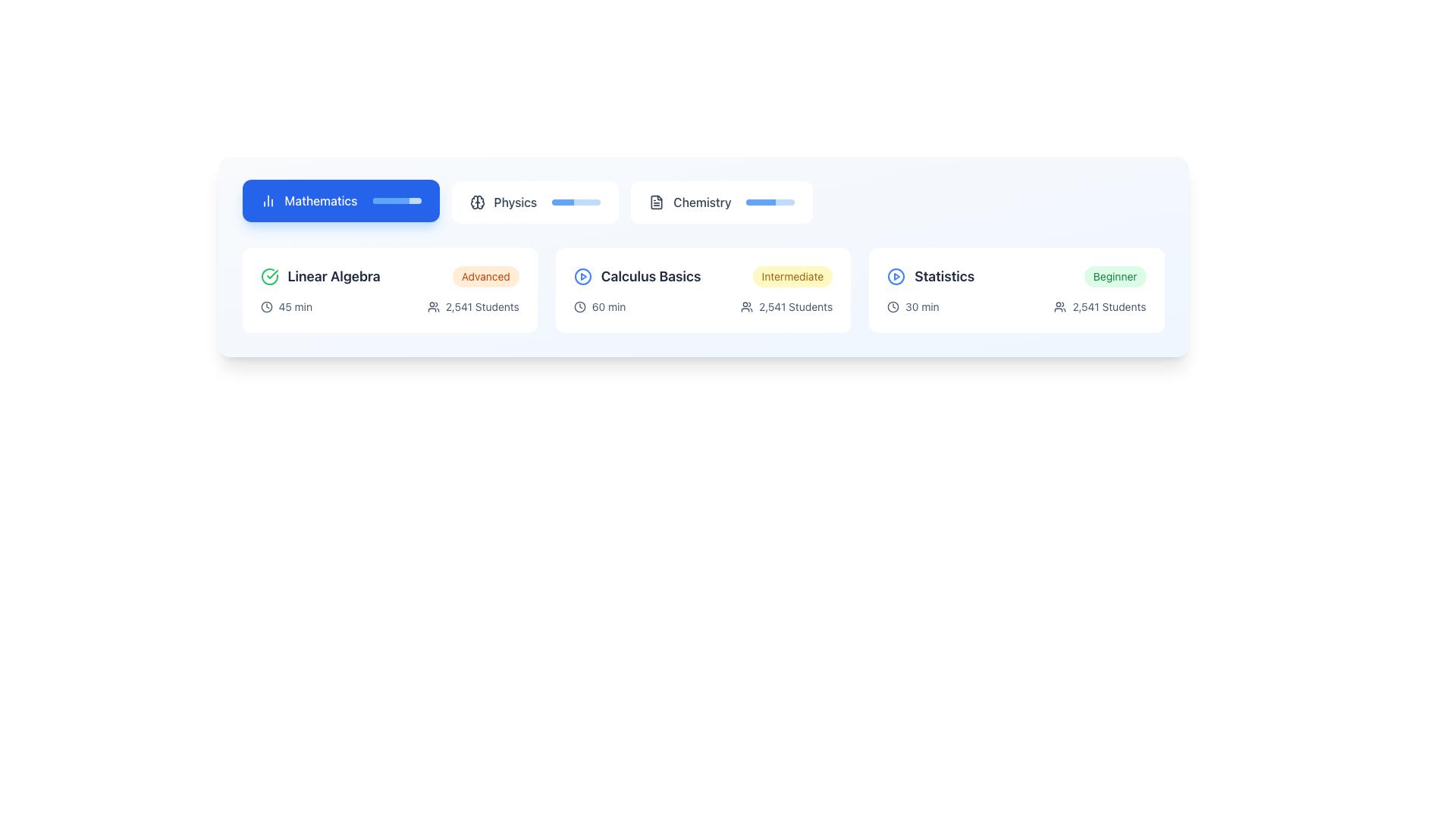 The height and width of the screenshot is (819, 1456). Describe the element at coordinates (1059, 307) in the screenshot. I see `the icon representing multiple users or a group, which visually indicates the number of students in a course, located to the left of the text '2,541 Students'` at that location.